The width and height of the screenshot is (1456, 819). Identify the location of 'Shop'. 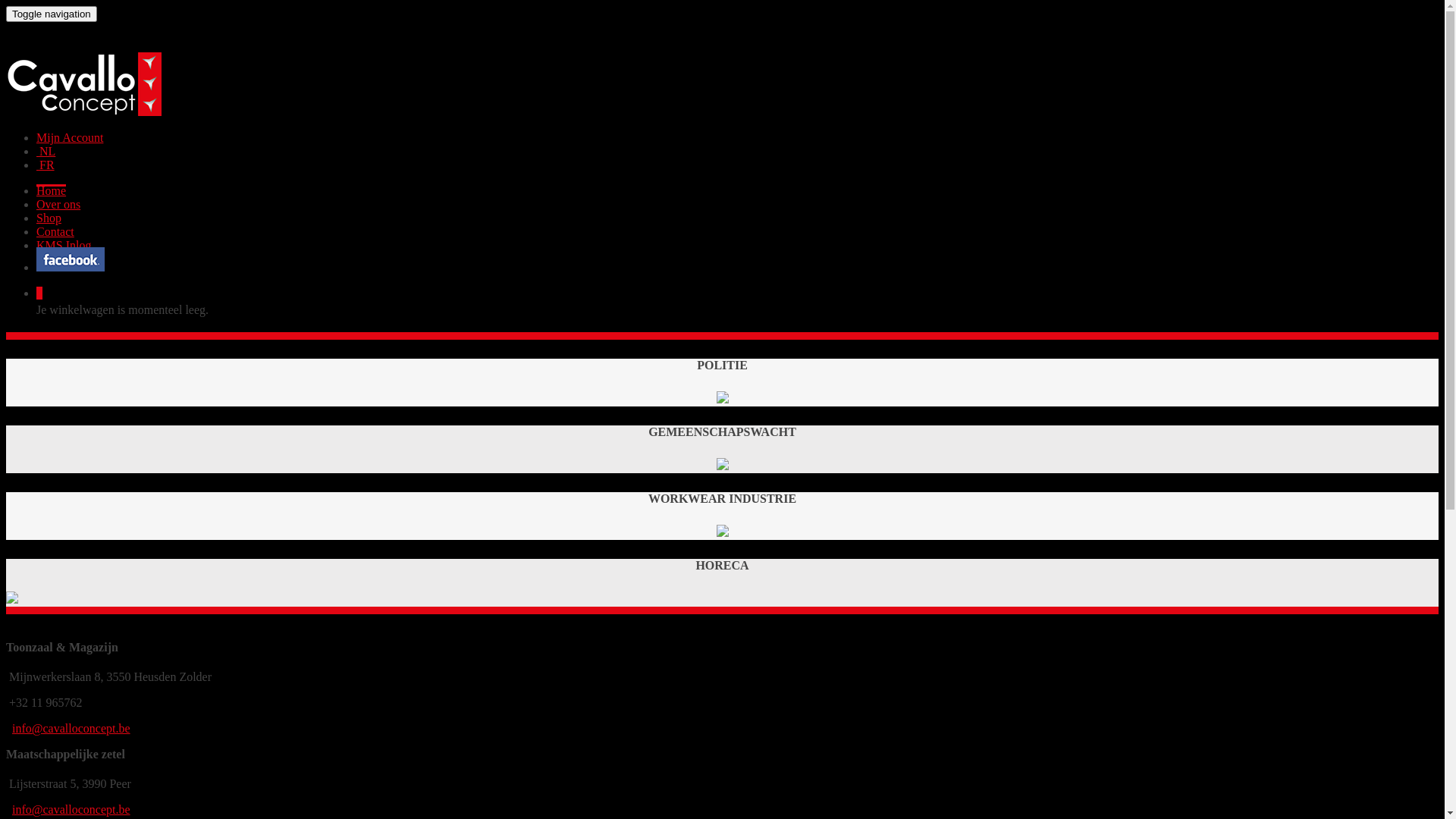
(49, 218).